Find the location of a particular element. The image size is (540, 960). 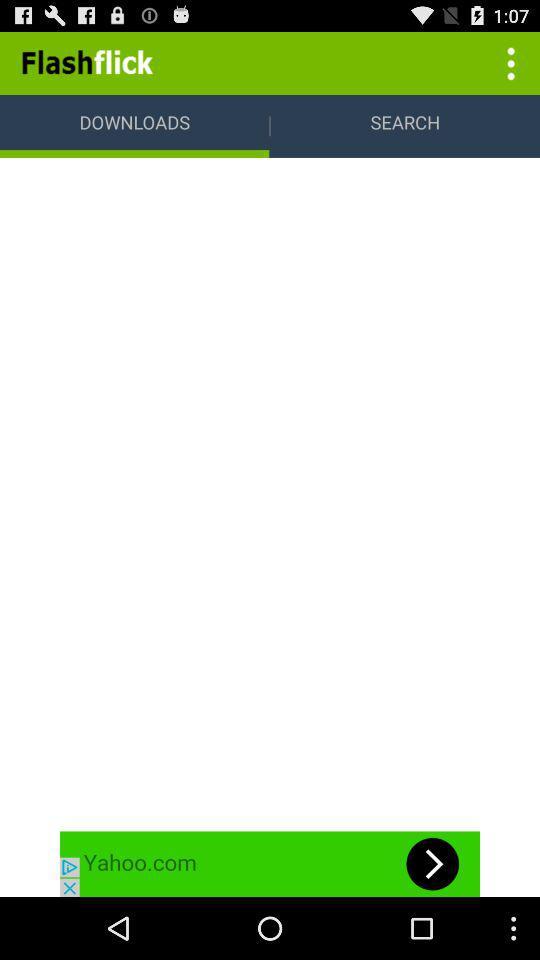

visit sponsor advertisement is located at coordinates (270, 863).